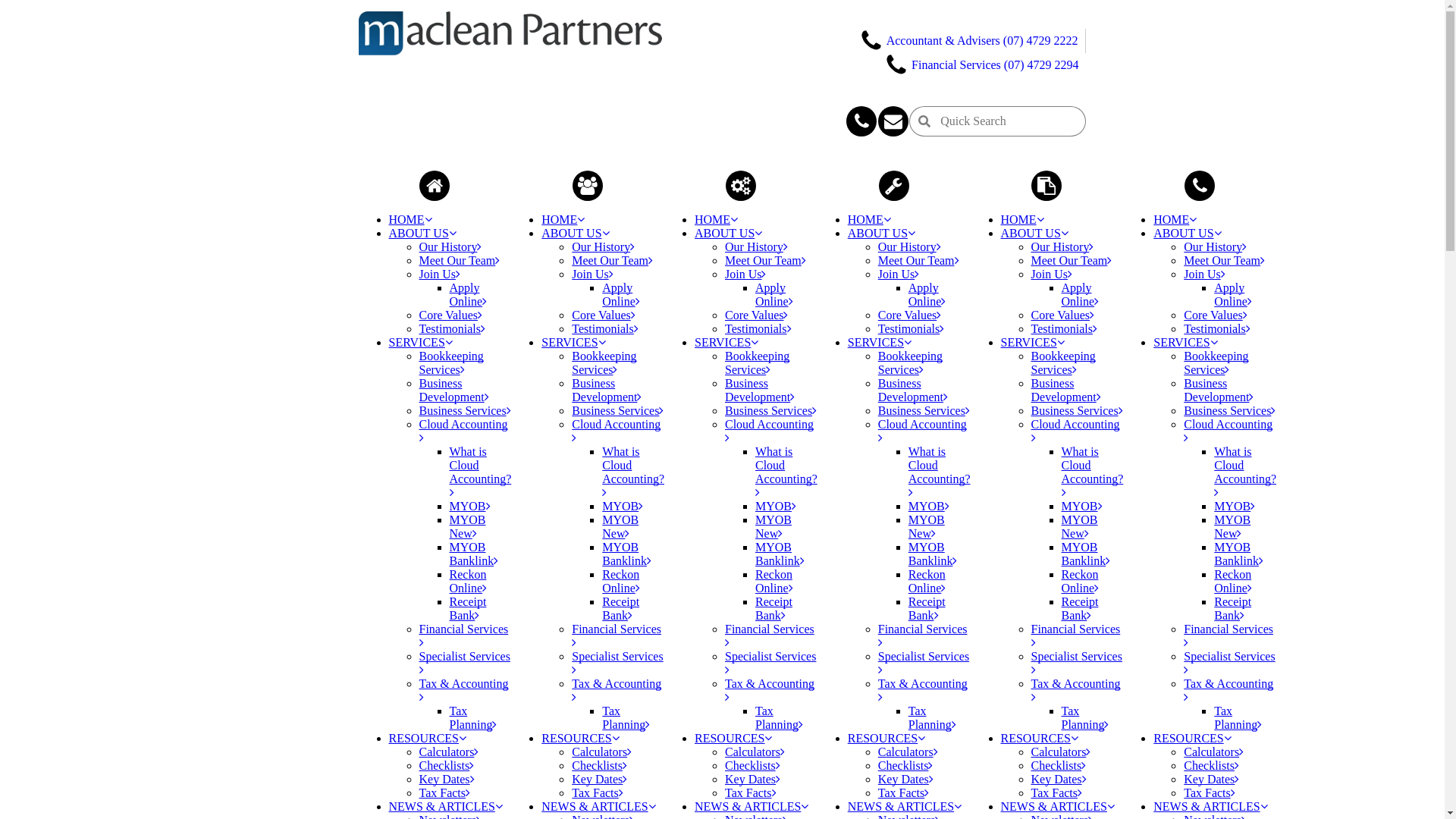 The height and width of the screenshot is (819, 1456). Describe the element at coordinates (570, 752) in the screenshot. I see `'Calculators'` at that location.